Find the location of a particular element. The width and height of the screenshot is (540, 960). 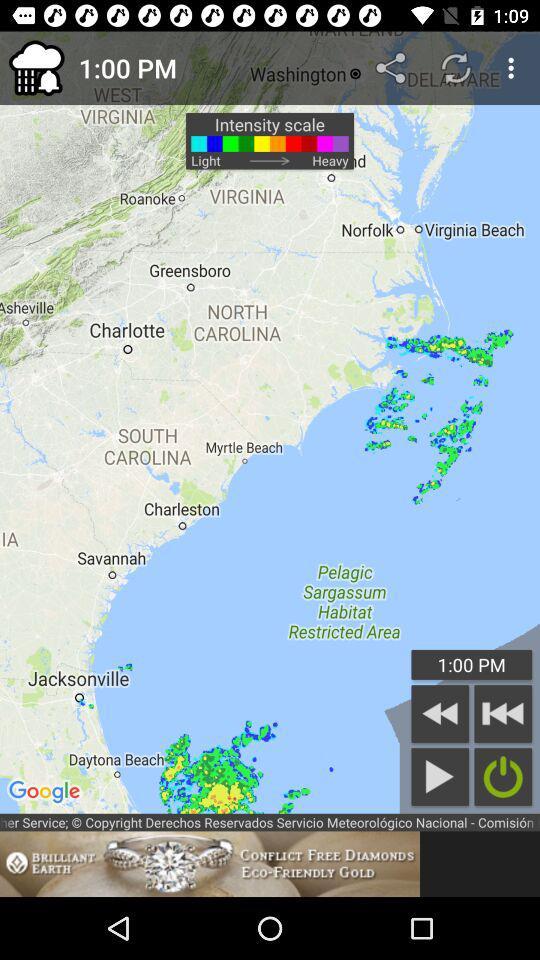

rewind rain forecast is located at coordinates (440, 713).